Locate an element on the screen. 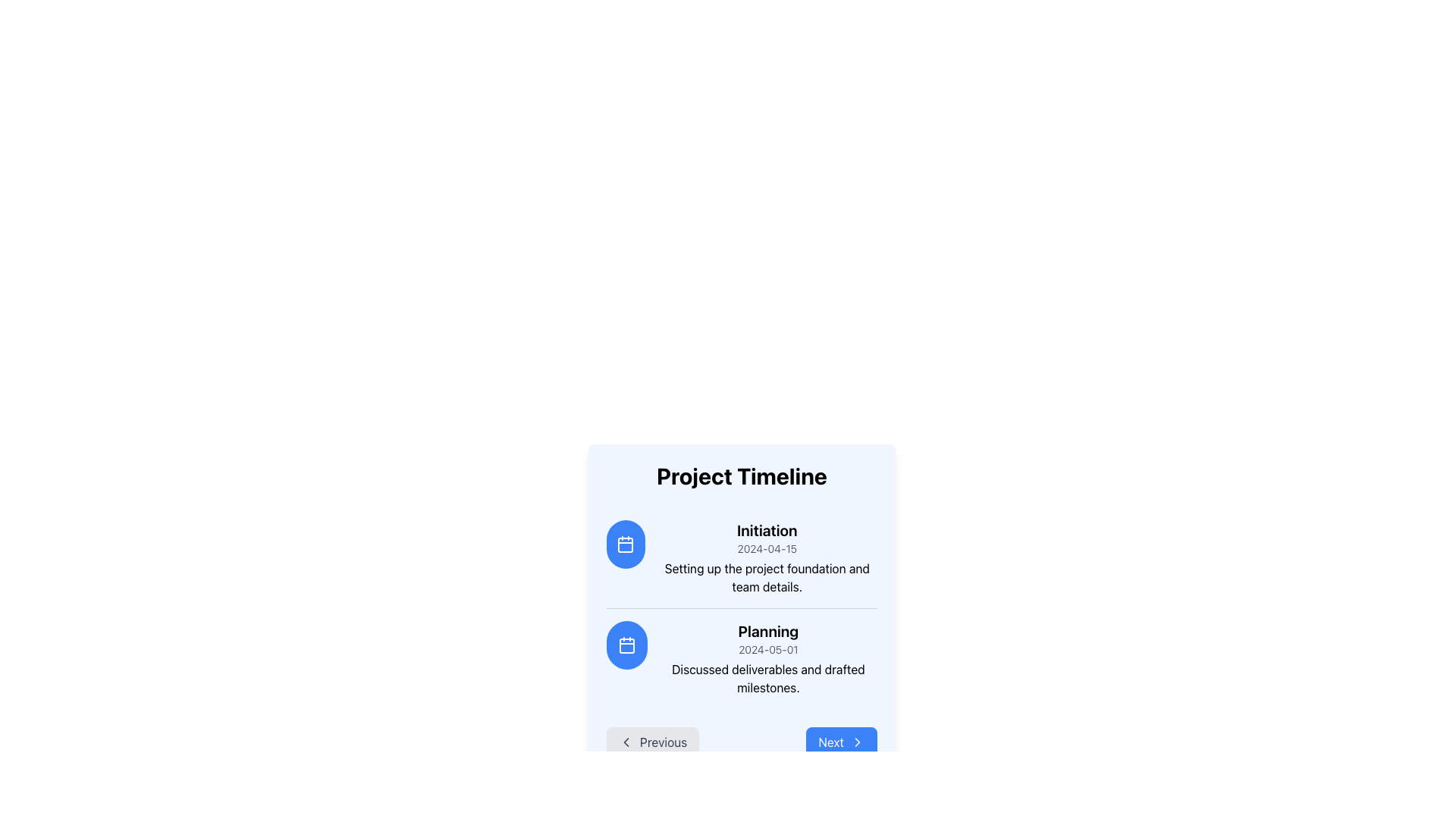  the rightmost blue button labeled 'Next' in the 'Project Timeline' section is located at coordinates (841, 742).